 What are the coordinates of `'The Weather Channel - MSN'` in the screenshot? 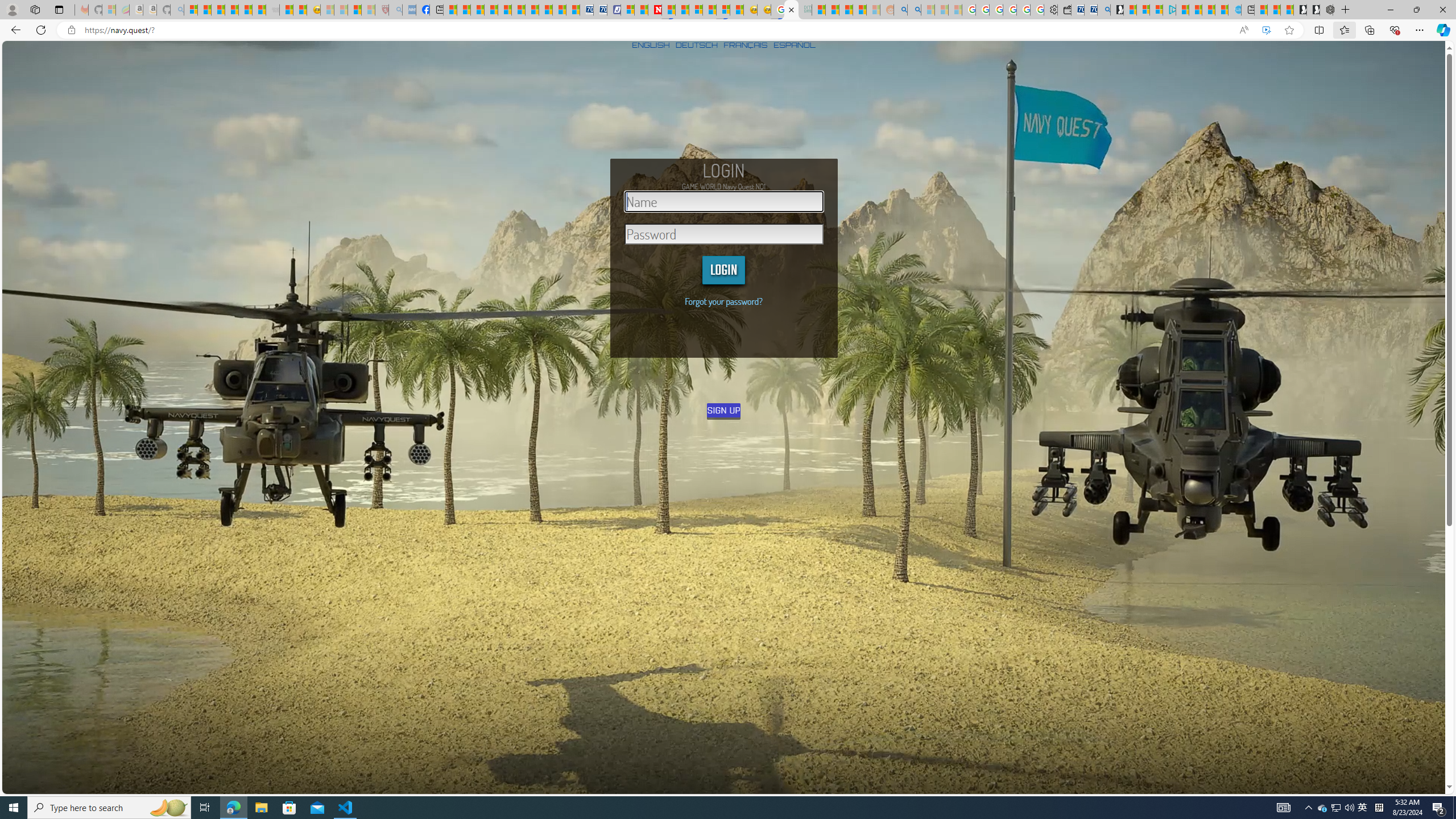 It's located at (218, 9).